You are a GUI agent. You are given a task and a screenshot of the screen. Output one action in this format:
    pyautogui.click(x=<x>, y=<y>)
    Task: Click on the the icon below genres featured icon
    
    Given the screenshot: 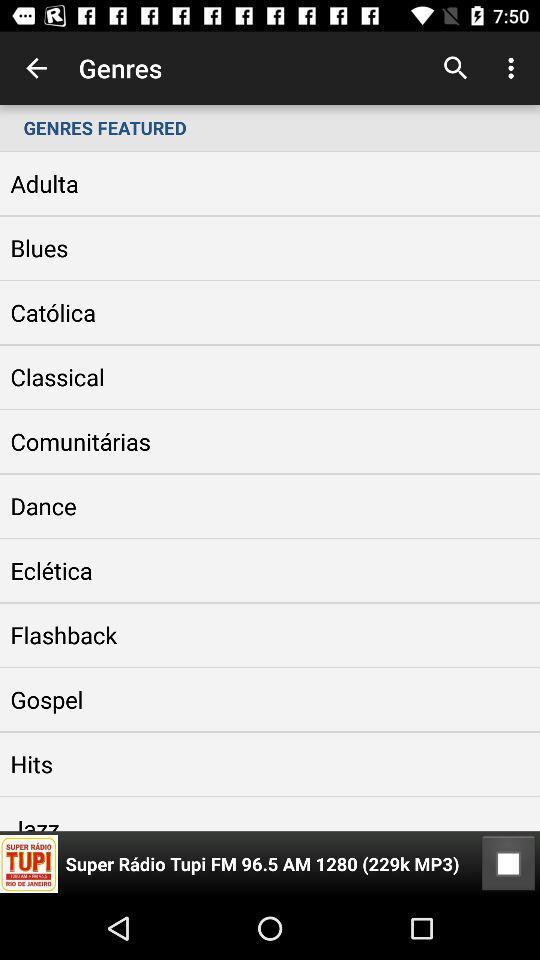 What is the action you would take?
    pyautogui.click(x=508, y=863)
    